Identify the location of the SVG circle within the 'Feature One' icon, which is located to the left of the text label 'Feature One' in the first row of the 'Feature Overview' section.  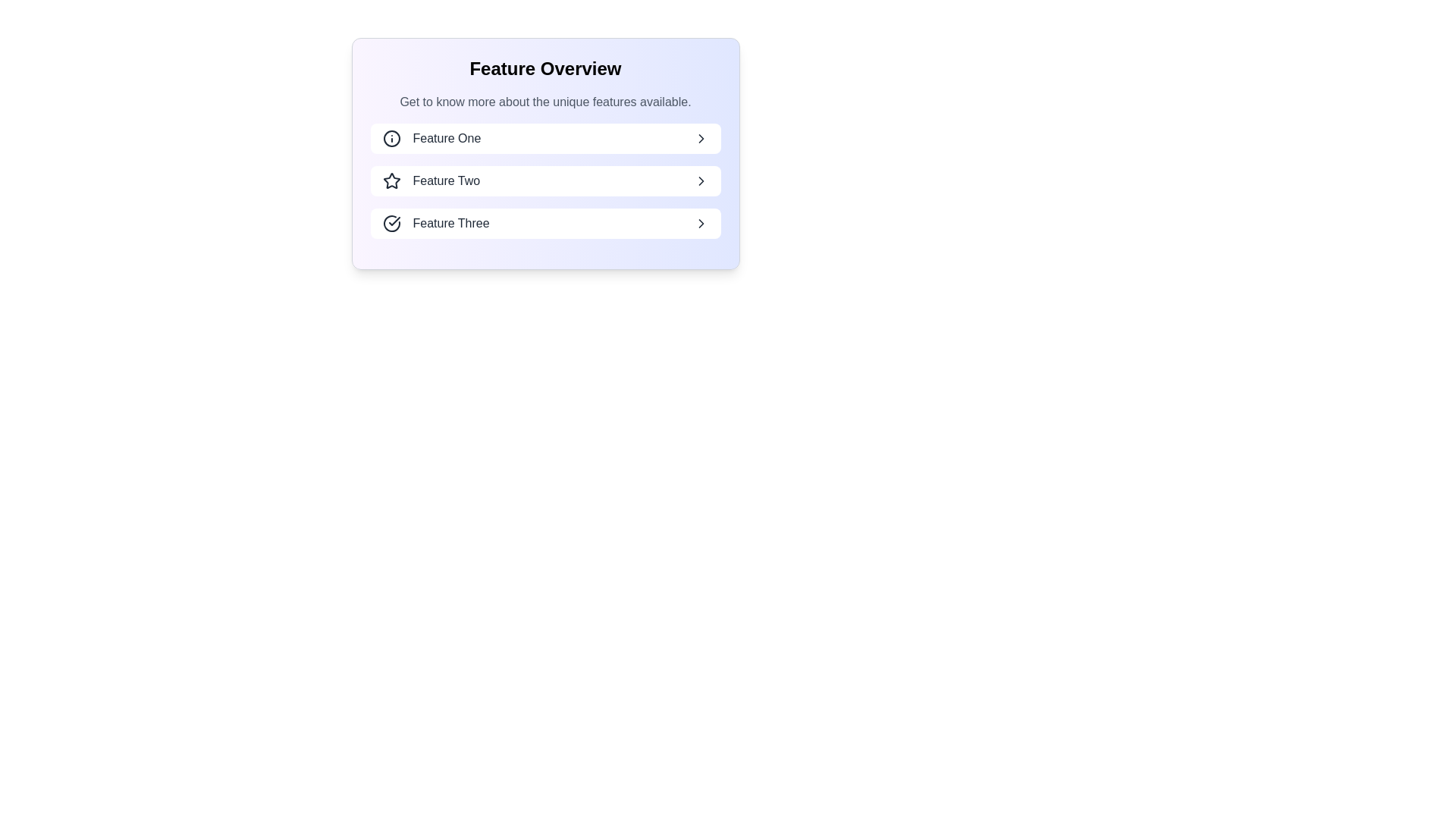
(391, 138).